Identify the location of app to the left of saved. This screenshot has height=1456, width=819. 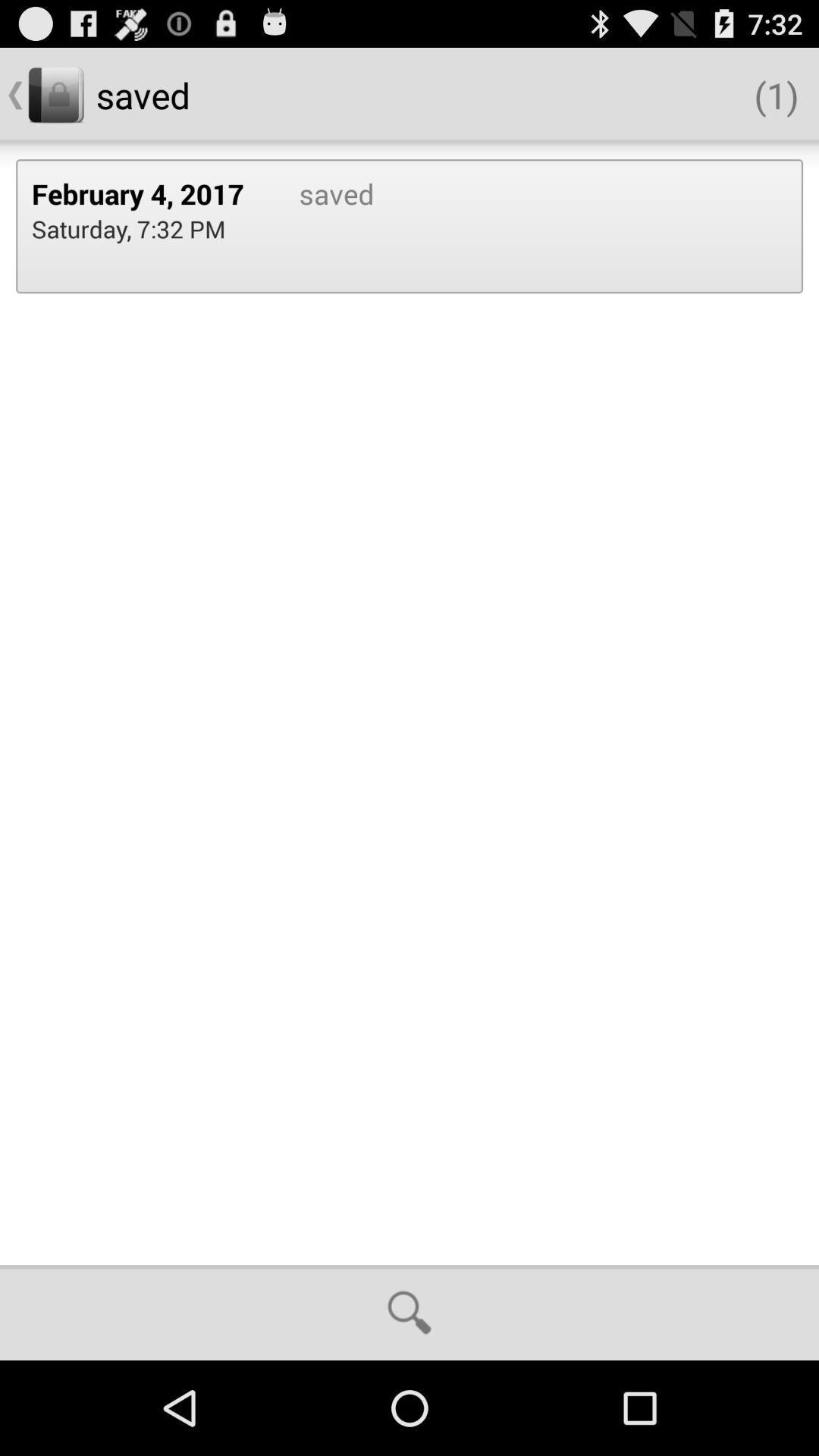
(127, 227).